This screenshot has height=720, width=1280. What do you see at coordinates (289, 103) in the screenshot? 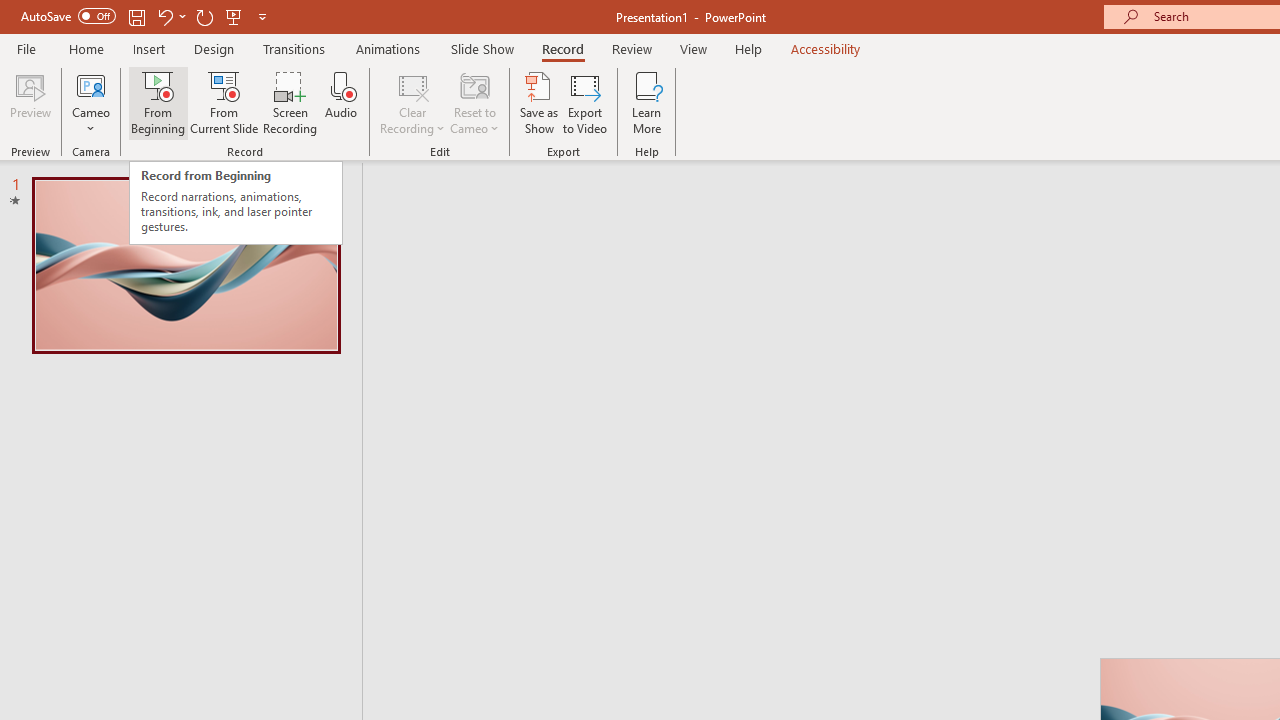
I see `'Screen Recording'` at bounding box center [289, 103].